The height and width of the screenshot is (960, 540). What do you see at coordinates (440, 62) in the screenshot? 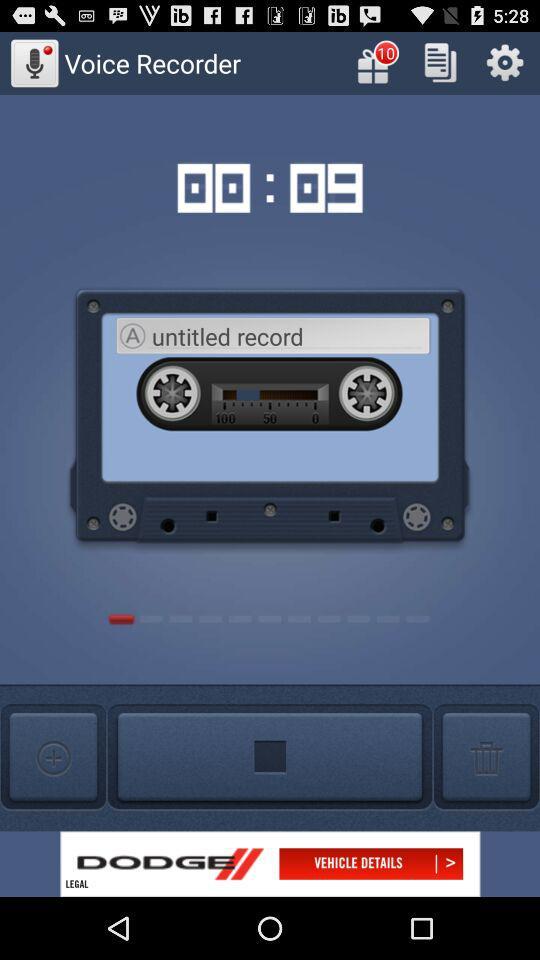
I see `button` at bounding box center [440, 62].